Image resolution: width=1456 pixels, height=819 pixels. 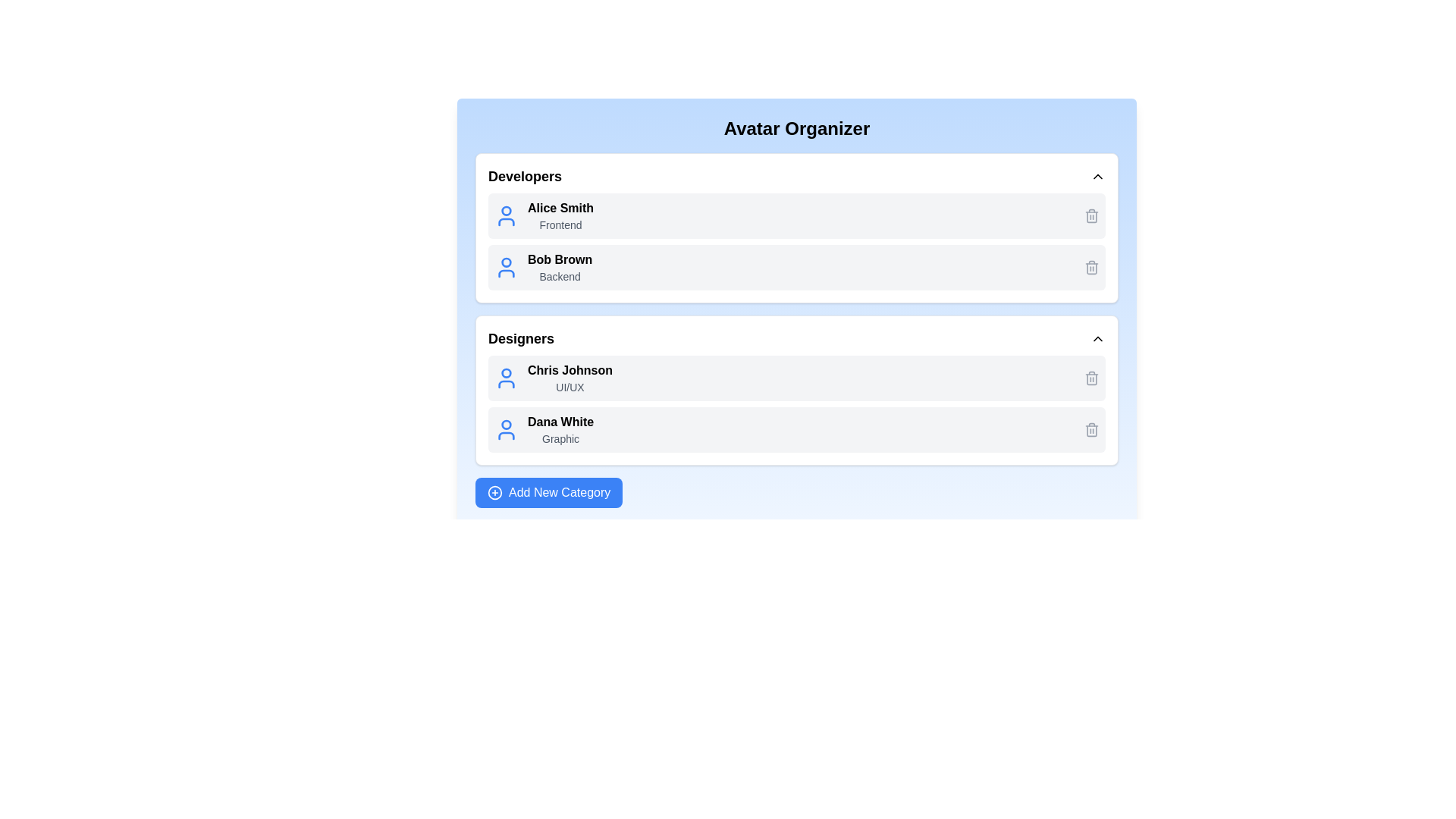 What do you see at coordinates (525, 175) in the screenshot?
I see `the 'Developers' text label, which serves as a heading for the section containing the developers' category` at bounding box center [525, 175].